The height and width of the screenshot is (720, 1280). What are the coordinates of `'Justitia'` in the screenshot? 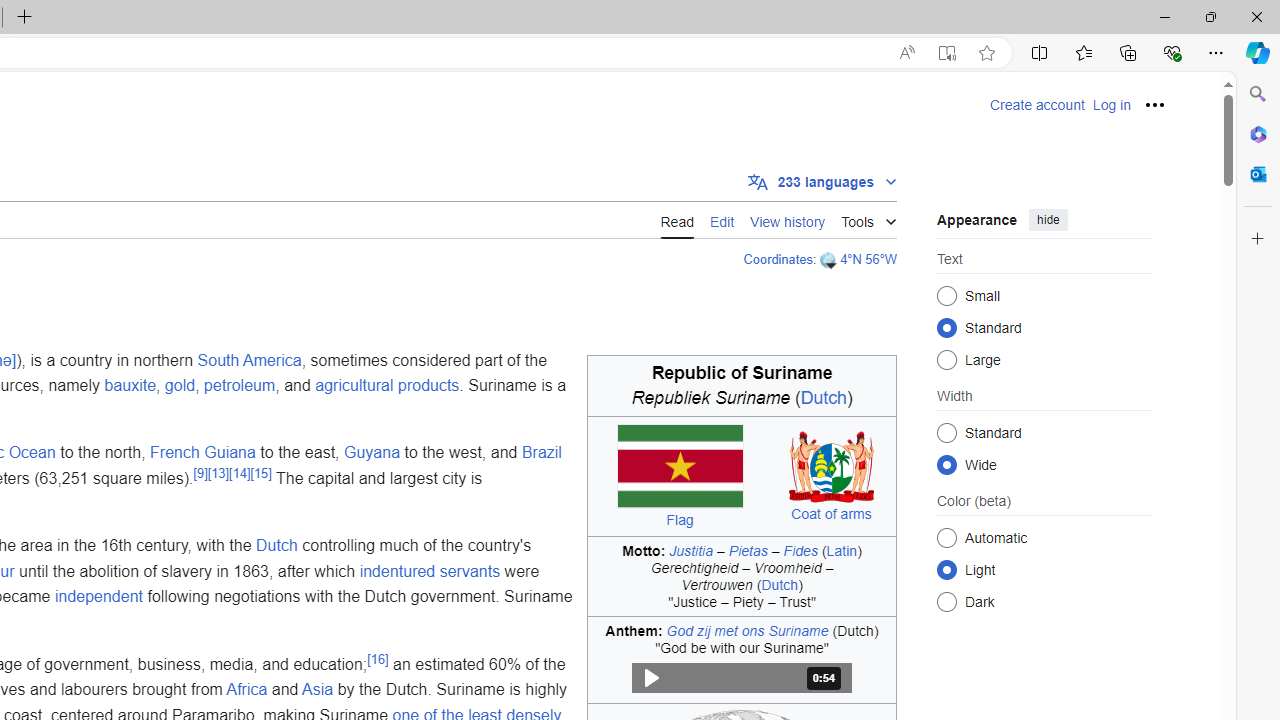 It's located at (691, 550).